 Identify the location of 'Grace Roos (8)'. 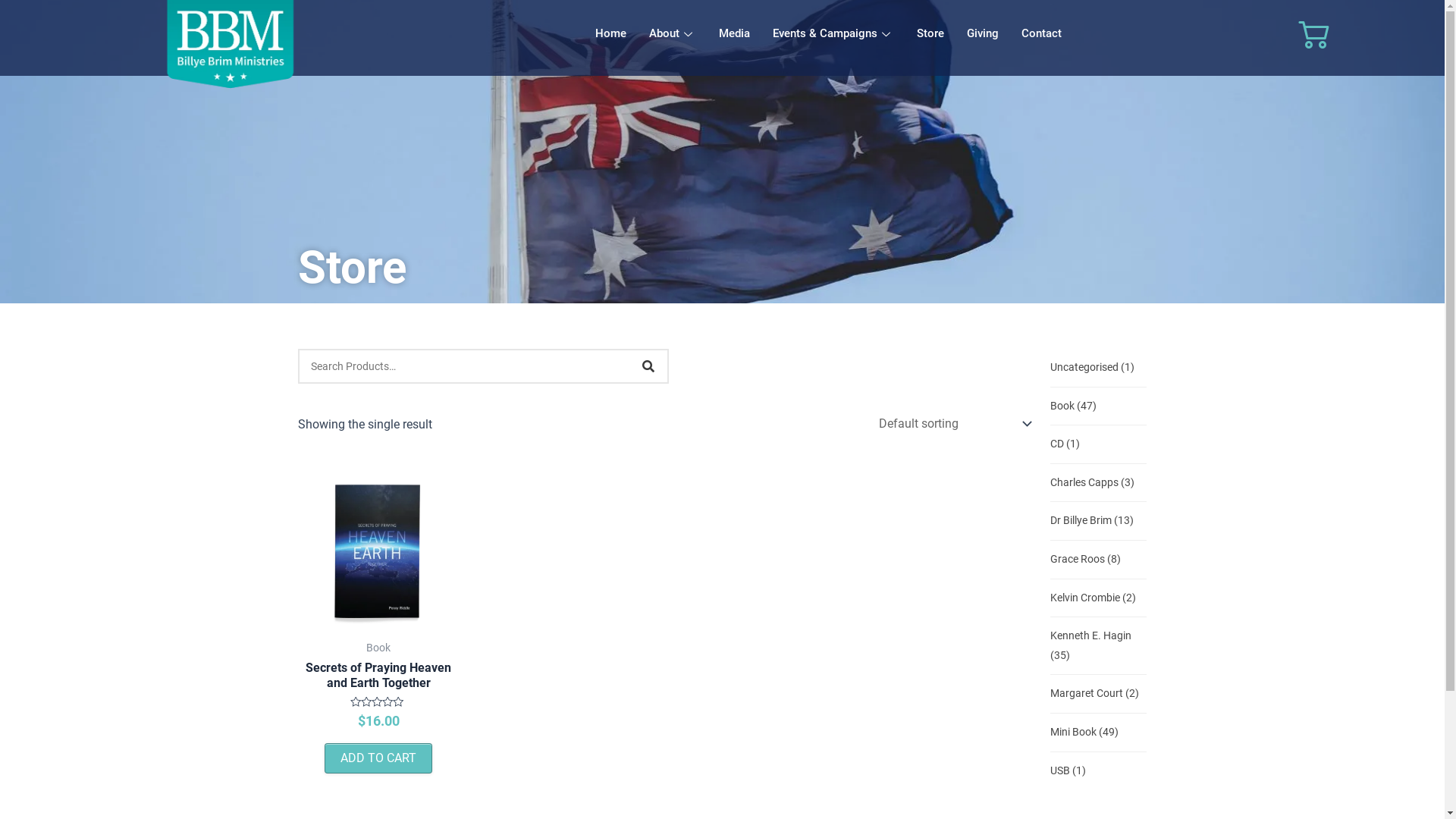
(1084, 559).